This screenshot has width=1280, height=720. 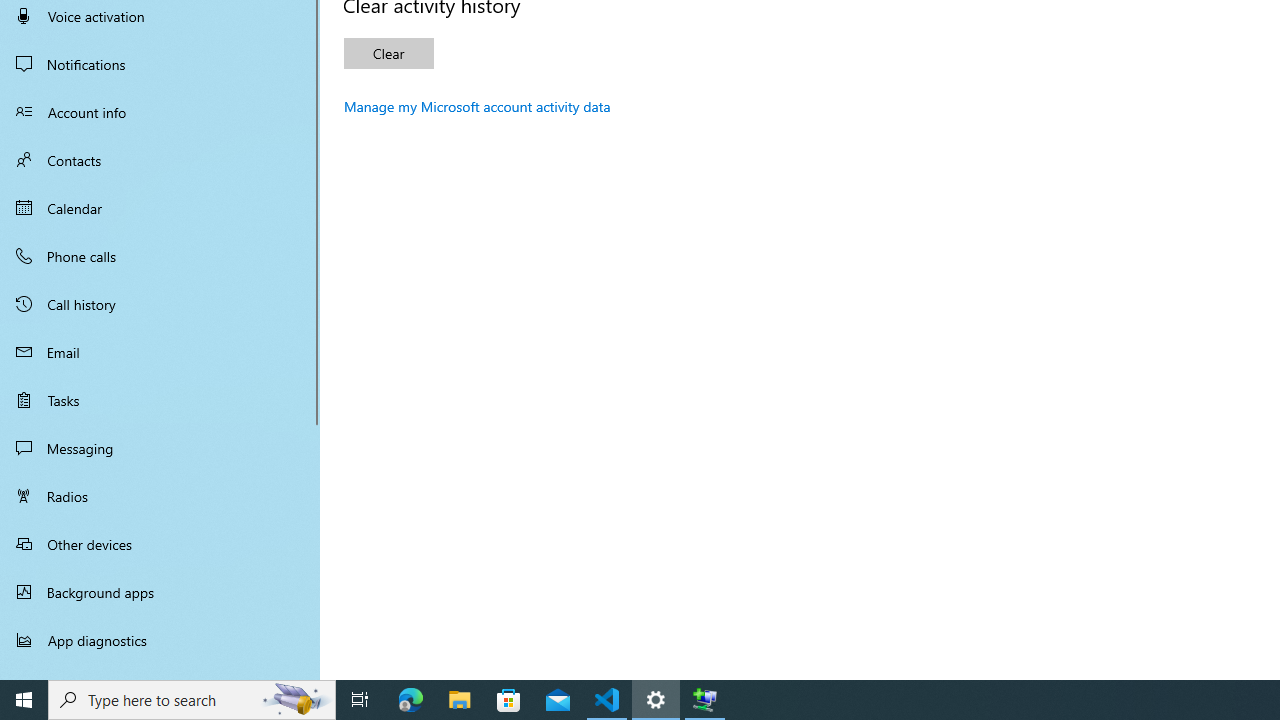 What do you see at coordinates (160, 63) in the screenshot?
I see `'Notifications'` at bounding box center [160, 63].